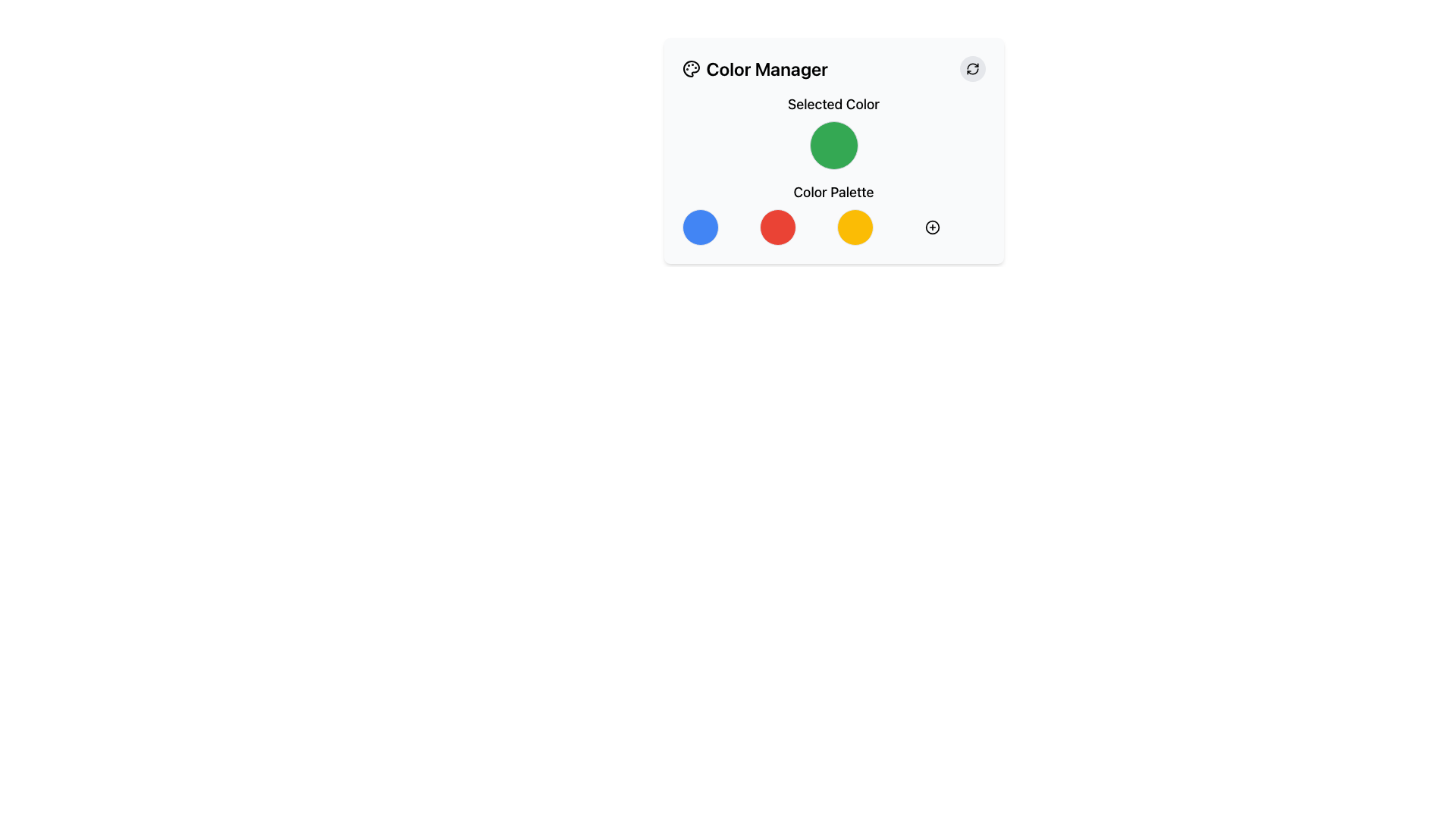 Image resolution: width=1456 pixels, height=819 pixels. Describe the element at coordinates (972, 69) in the screenshot. I see `the circular refresh icon button located in the upper-right corner of the 'Color Manager' card` at that location.